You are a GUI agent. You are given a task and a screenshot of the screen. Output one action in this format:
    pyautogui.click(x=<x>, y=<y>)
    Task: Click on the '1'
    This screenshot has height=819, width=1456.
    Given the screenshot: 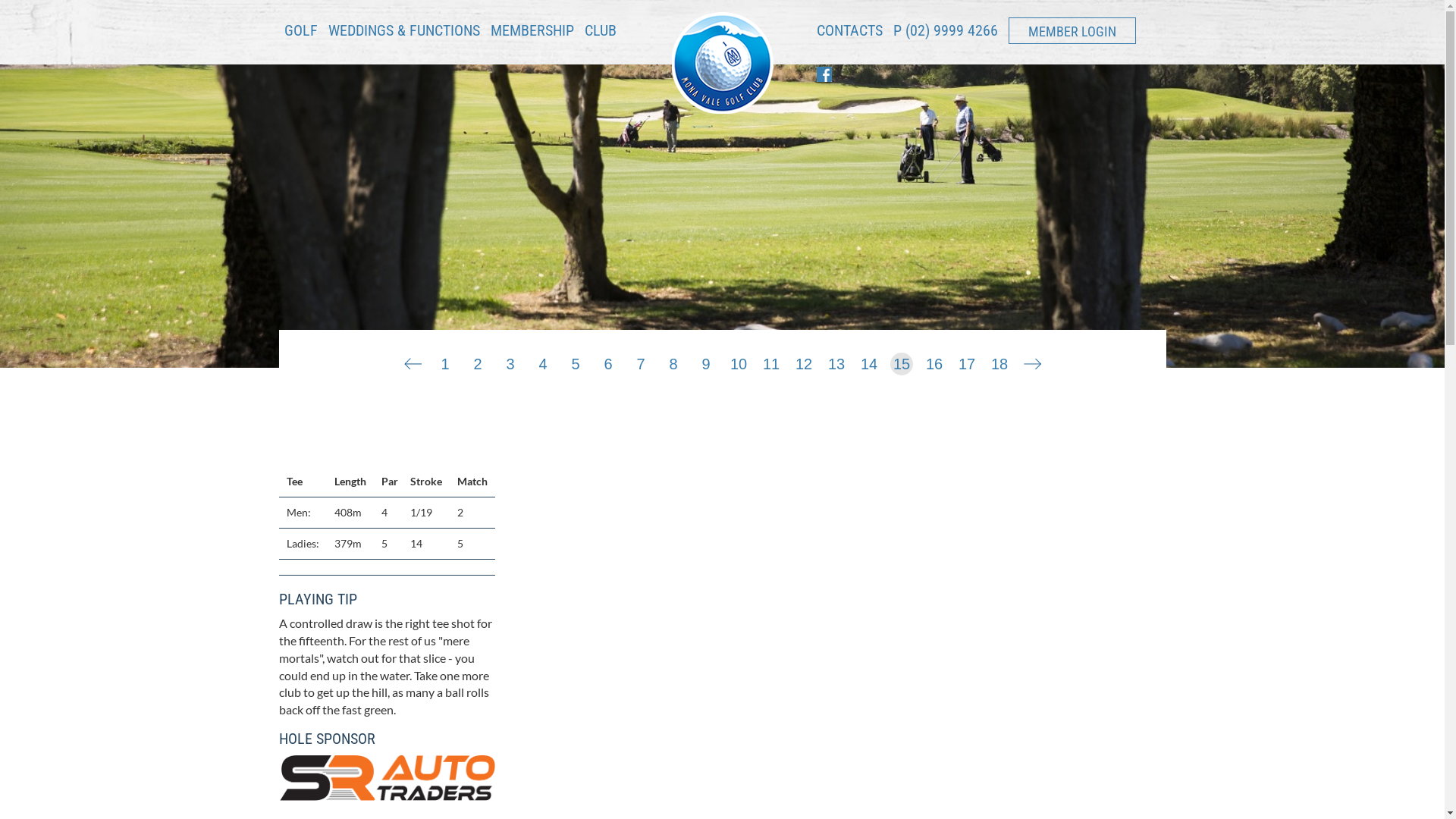 What is the action you would take?
    pyautogui.click(x=444, y=360)
    